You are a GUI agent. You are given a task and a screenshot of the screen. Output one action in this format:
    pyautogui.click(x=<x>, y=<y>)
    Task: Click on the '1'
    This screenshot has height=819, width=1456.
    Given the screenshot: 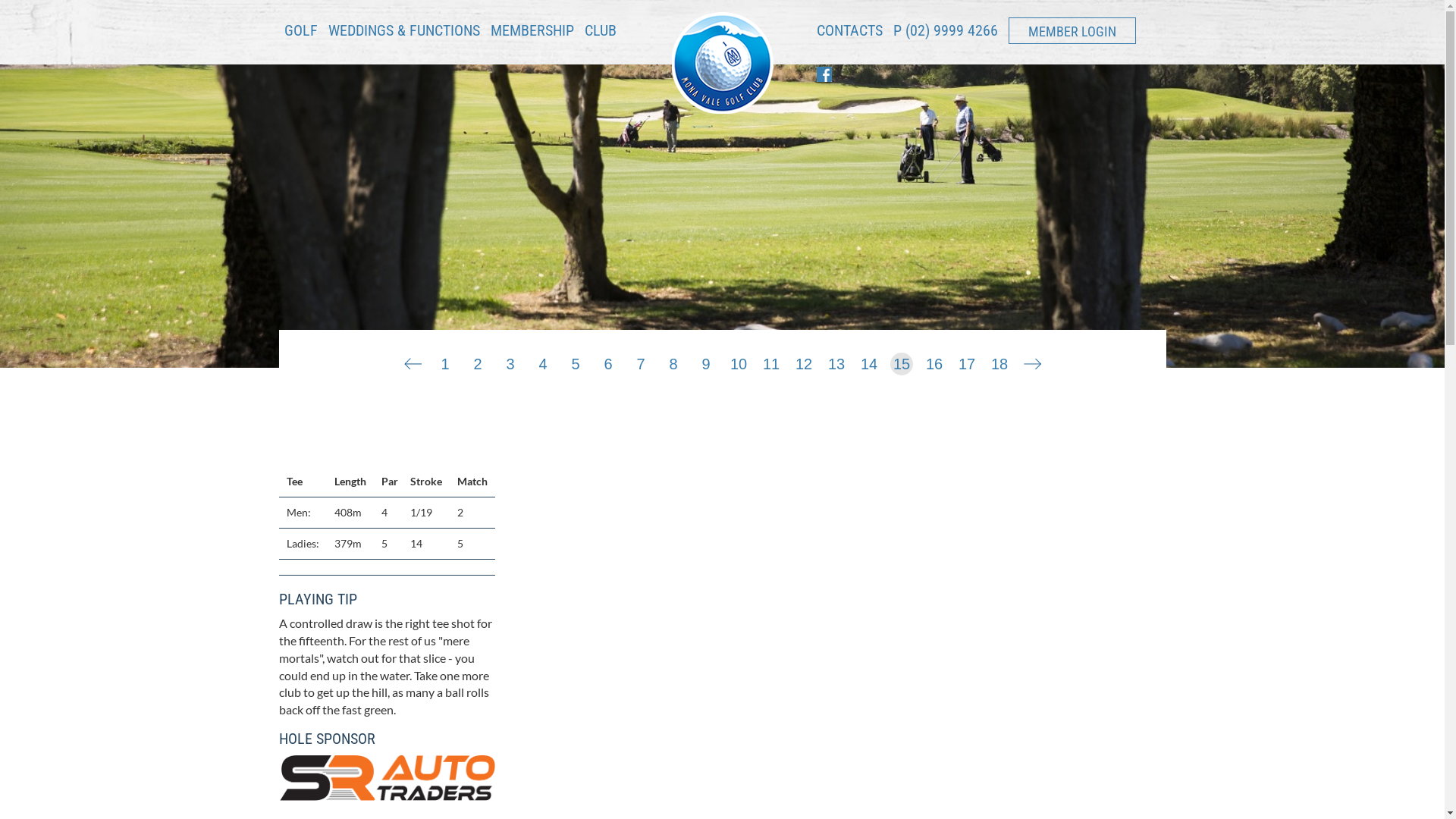 What is the action you would take?
    pyautogui.click(x=444, y=360)
    